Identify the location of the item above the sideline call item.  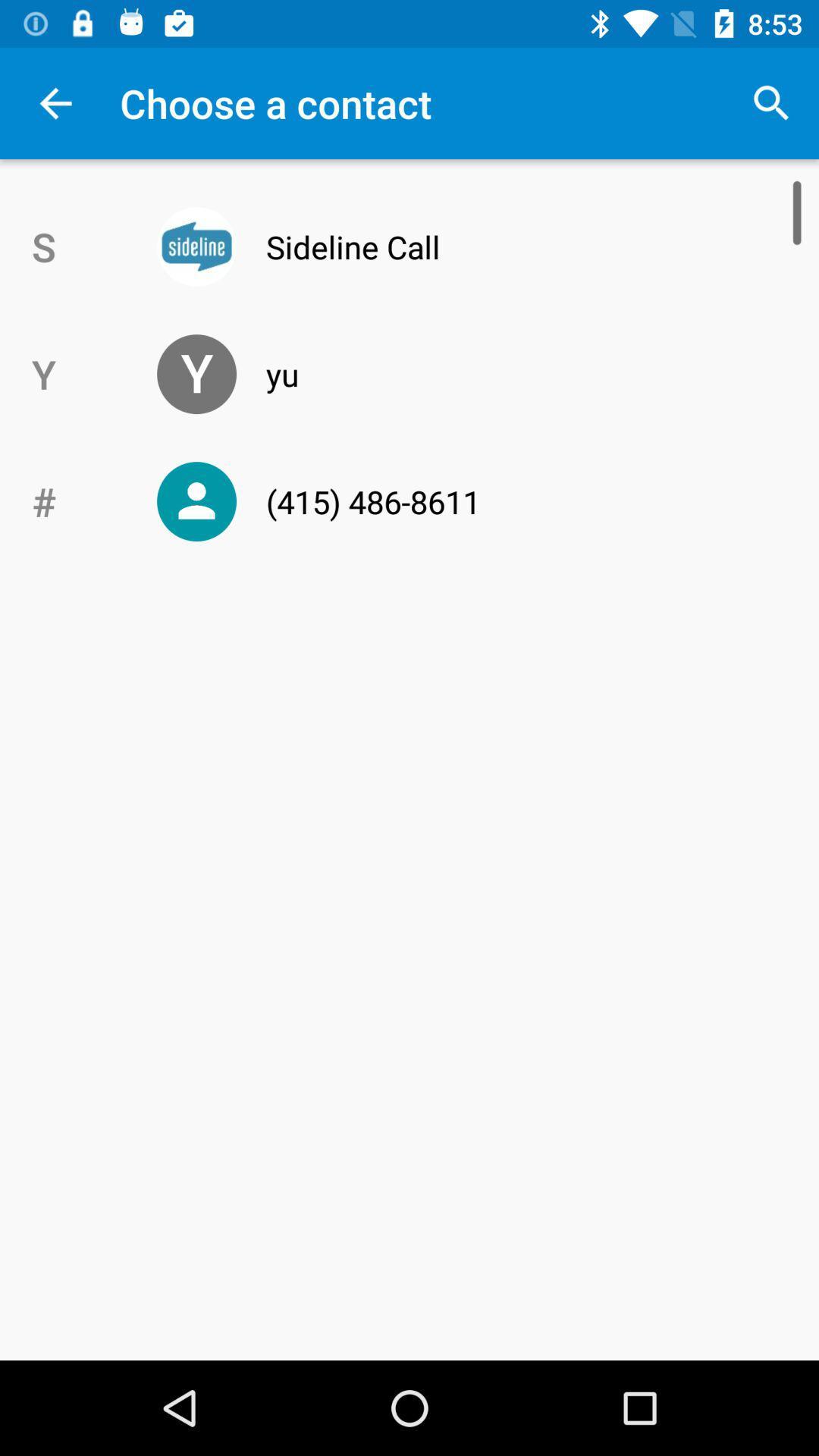
(771, 102).